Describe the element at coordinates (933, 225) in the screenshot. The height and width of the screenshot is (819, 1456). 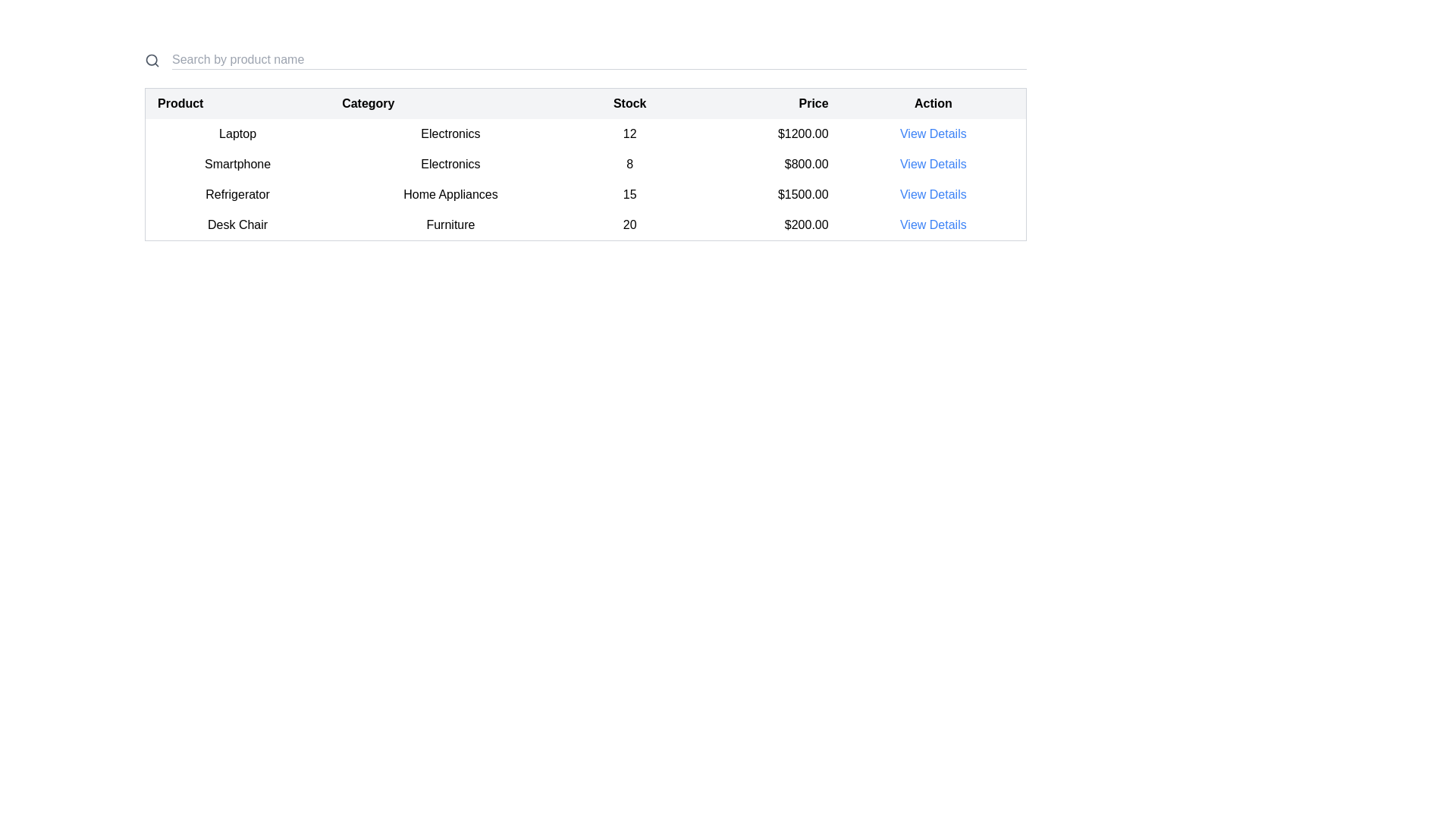
I see `the hyperlink in the 'Action' column for the 'Desk Chair' item` at that location.